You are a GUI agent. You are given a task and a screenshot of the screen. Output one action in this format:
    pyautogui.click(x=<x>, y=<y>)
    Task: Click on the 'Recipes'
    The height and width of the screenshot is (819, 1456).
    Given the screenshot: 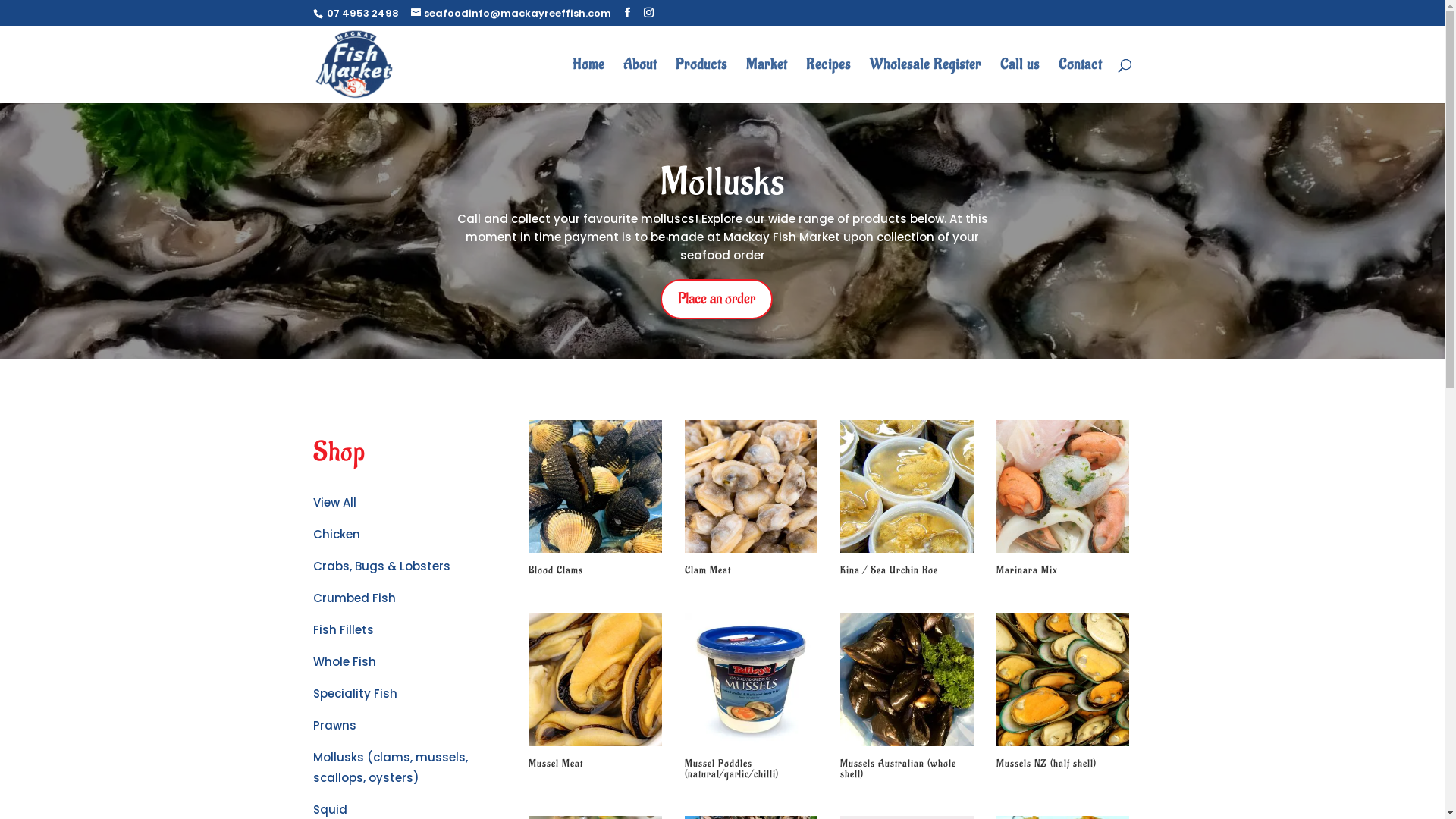 What is the action you would take?
    pyautogui.click(x=827, y=81)
    